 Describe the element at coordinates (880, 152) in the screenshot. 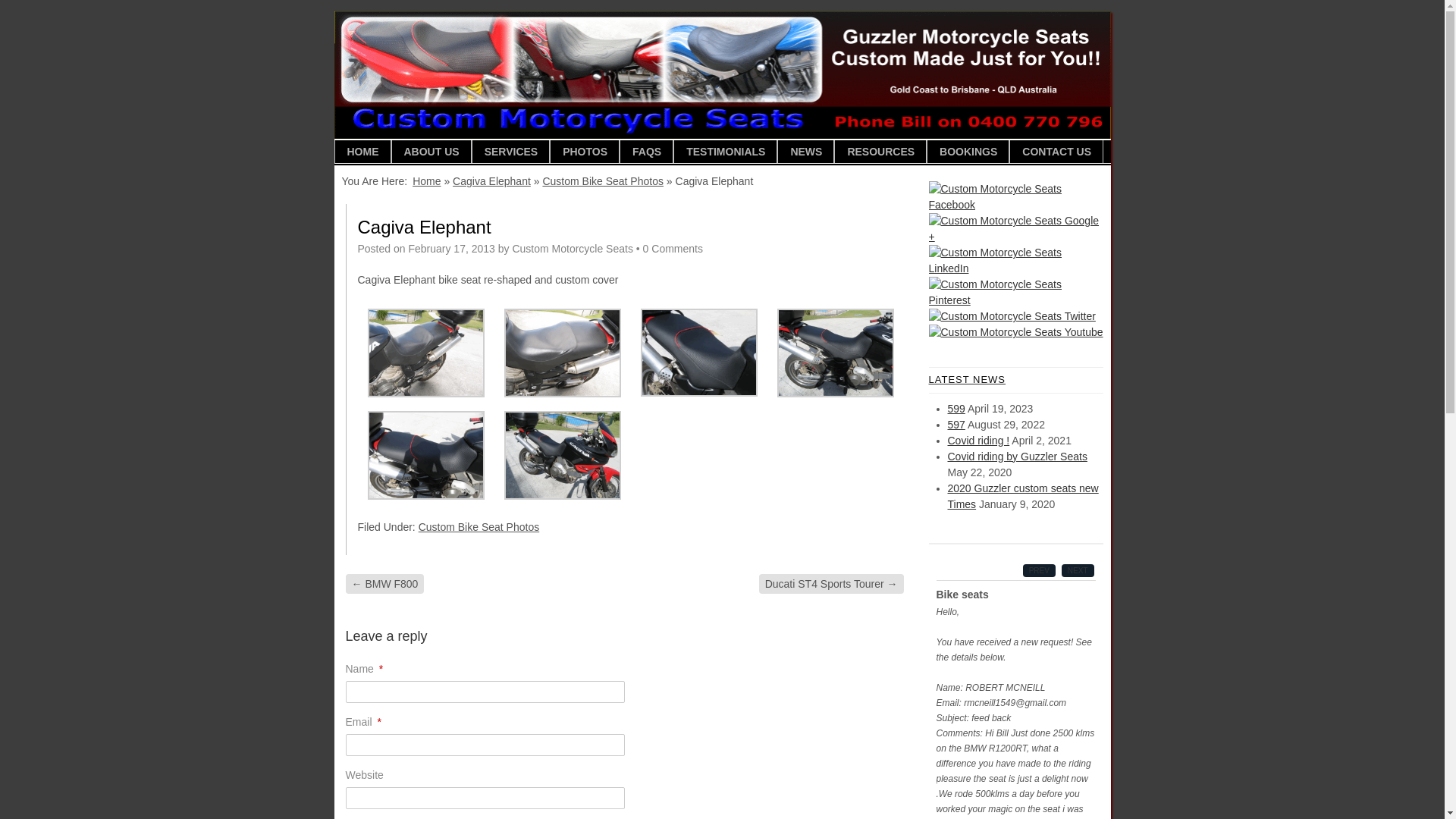

I see `'RESOURCES'` at that location.